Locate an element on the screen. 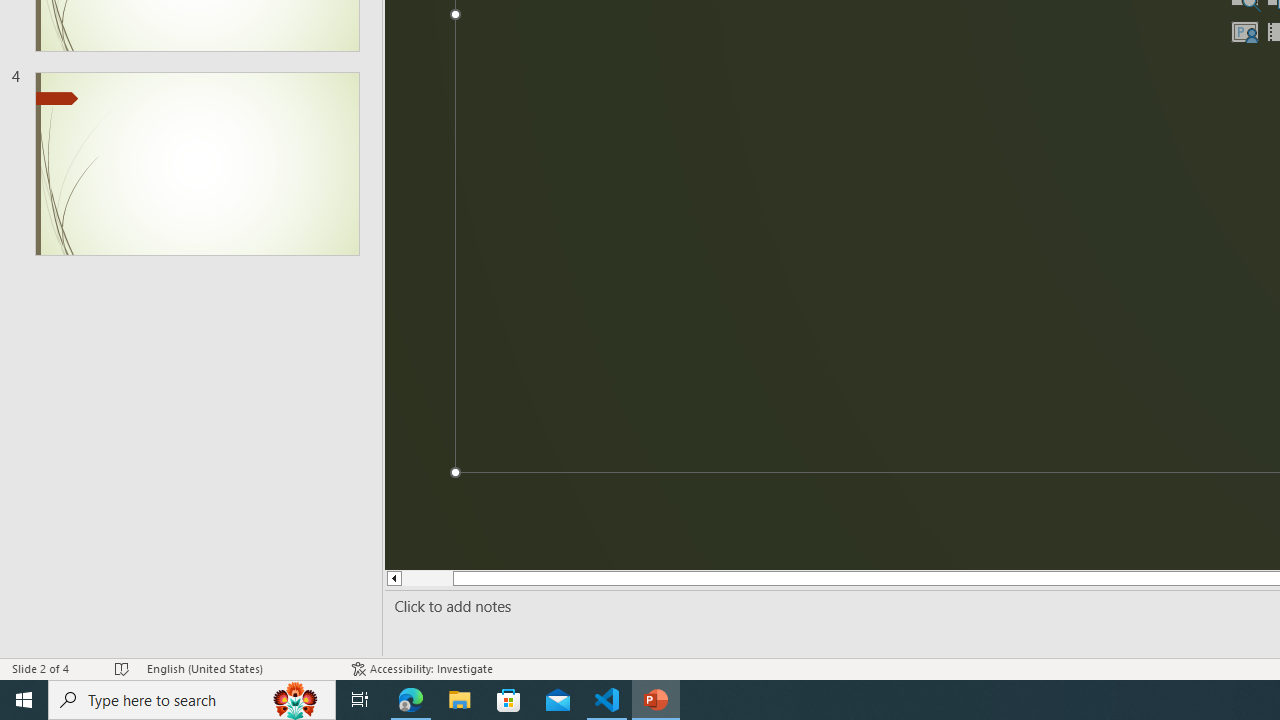 The width and height of the screenshot is (1280, 720). 'Insert Cameo' is located at coordinates (1243, 32).